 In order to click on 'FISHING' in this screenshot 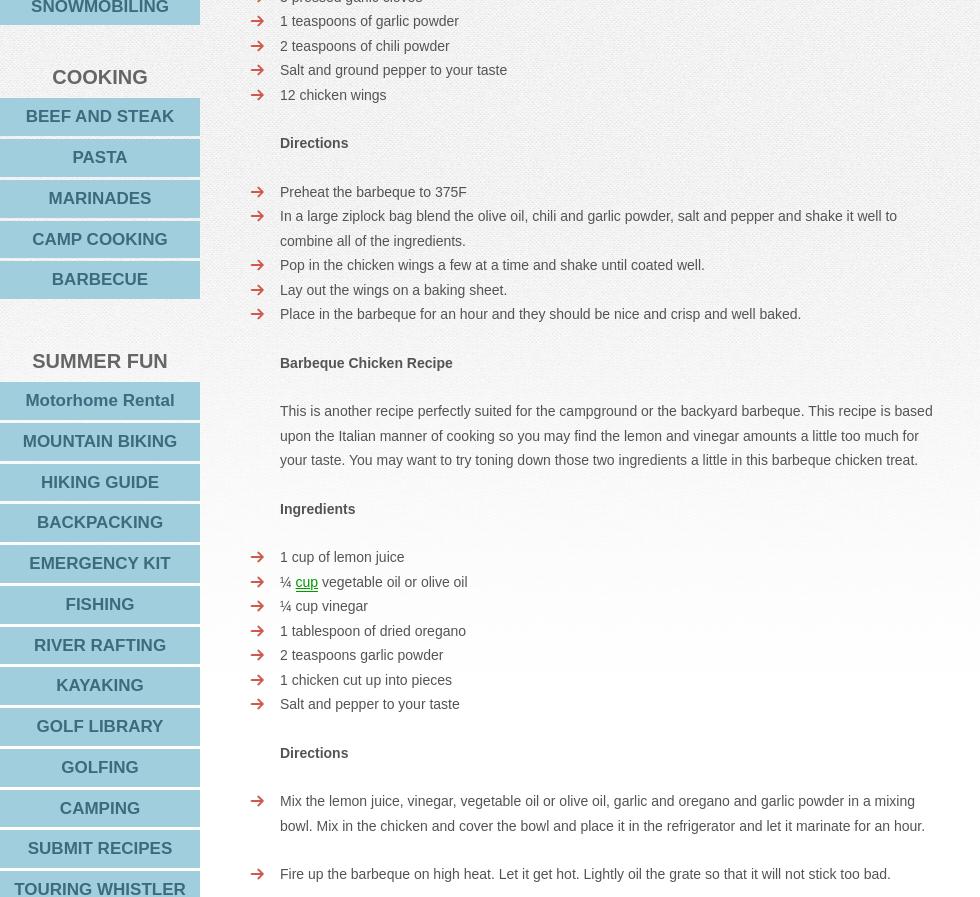, I will do `click(99, 603)`.